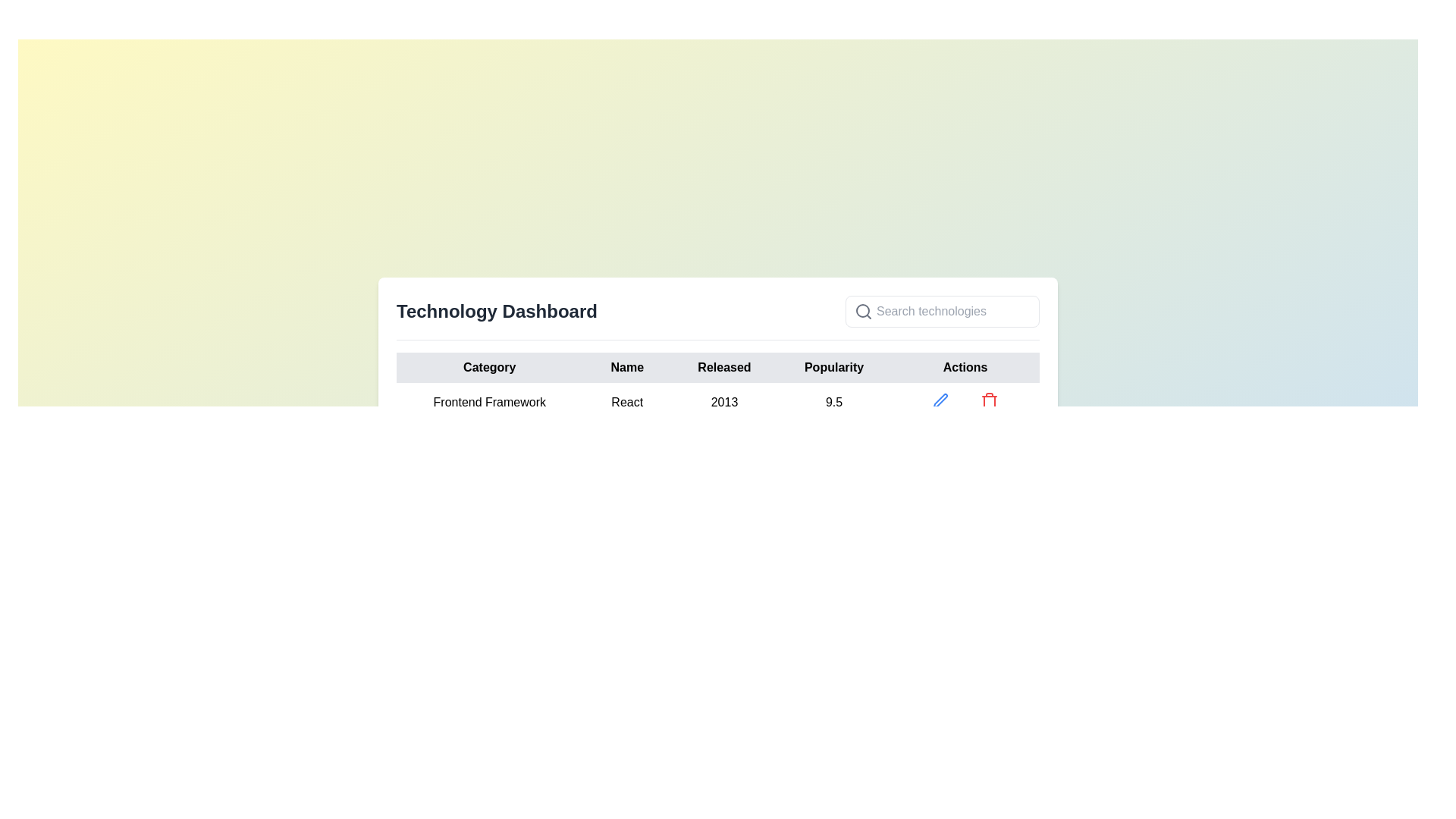 Image resolution: width=1456 pixels, height=819 pixels. Describe the element at coordinates (940, 400) in the screenshot. I see `the editing tool button located in the 'Actions' column of the first row in the table` at that location.